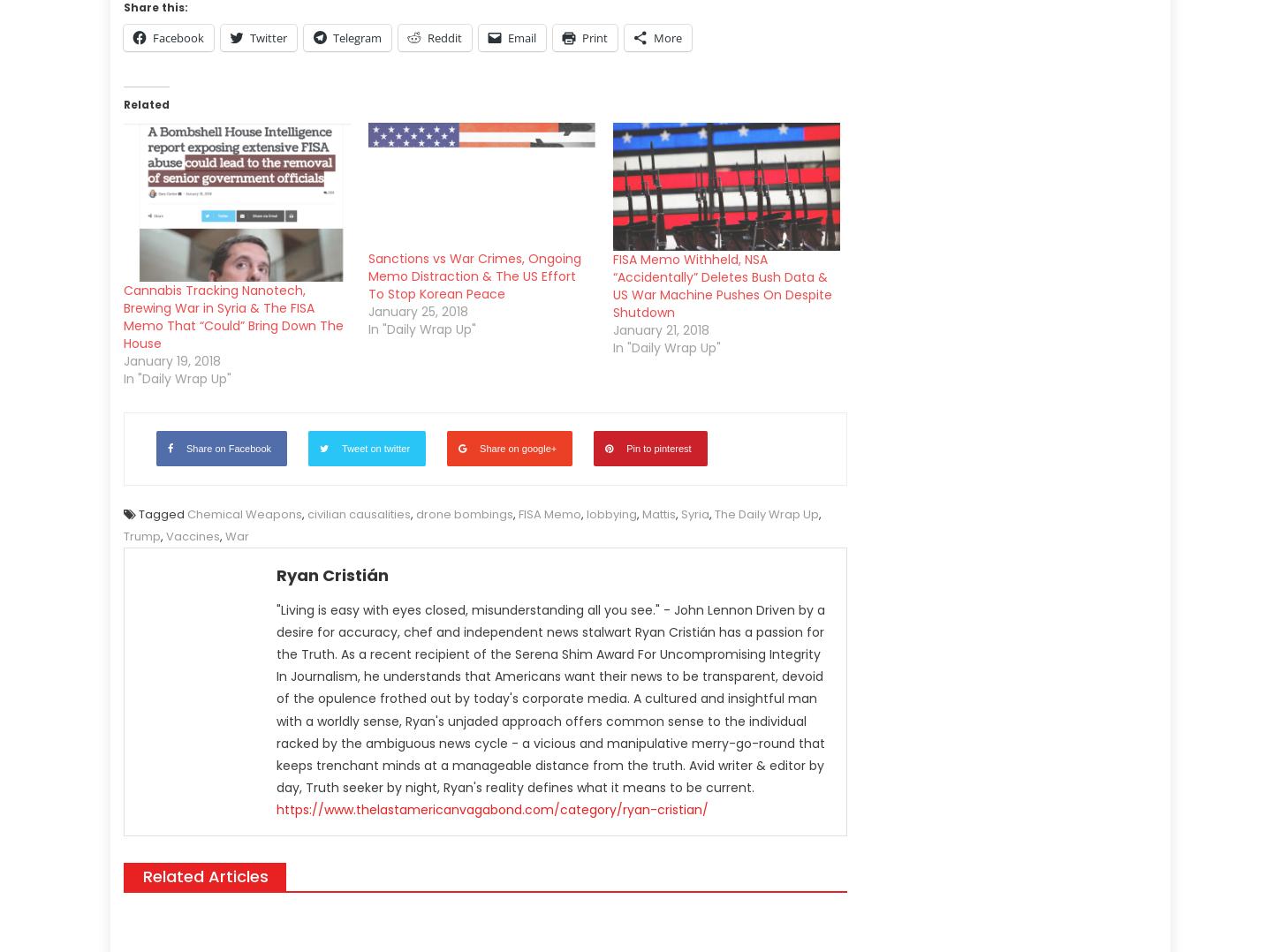 The image size is (1281, 952). Describe the element at coordinates (177, 38) in the screenshot. I see `'Facebook'` at that location.